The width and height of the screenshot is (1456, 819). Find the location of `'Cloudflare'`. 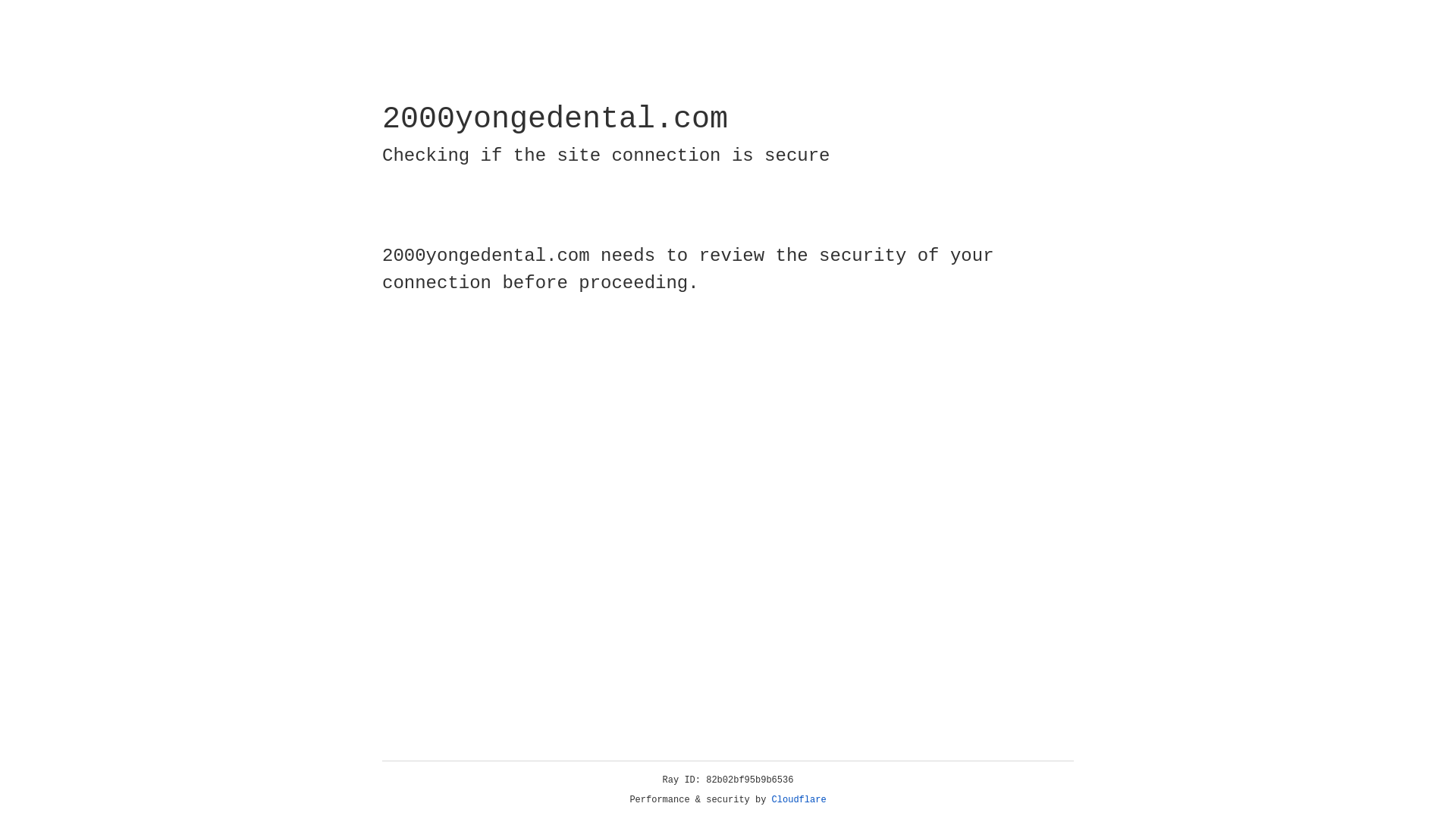

'Cloudflare' is located at coordinates (799, 799).